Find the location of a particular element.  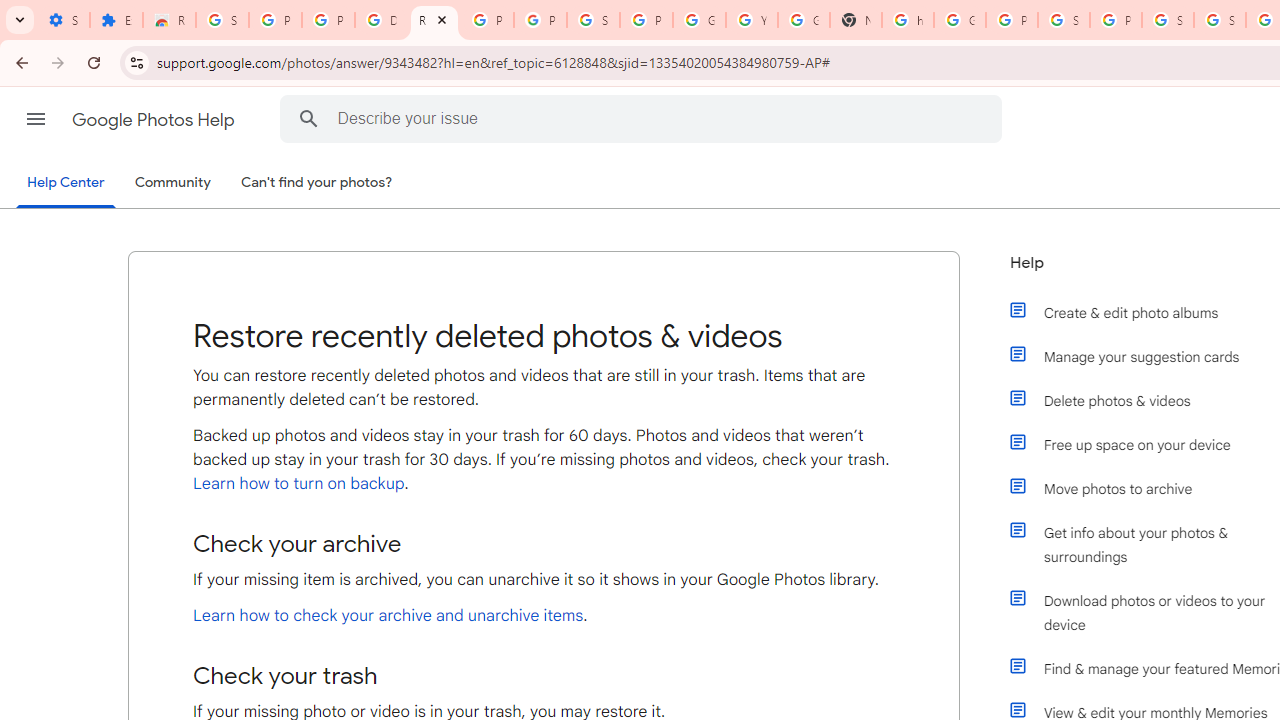

'Sign in - Google Accounts' is located at coordinates (1168, 20).